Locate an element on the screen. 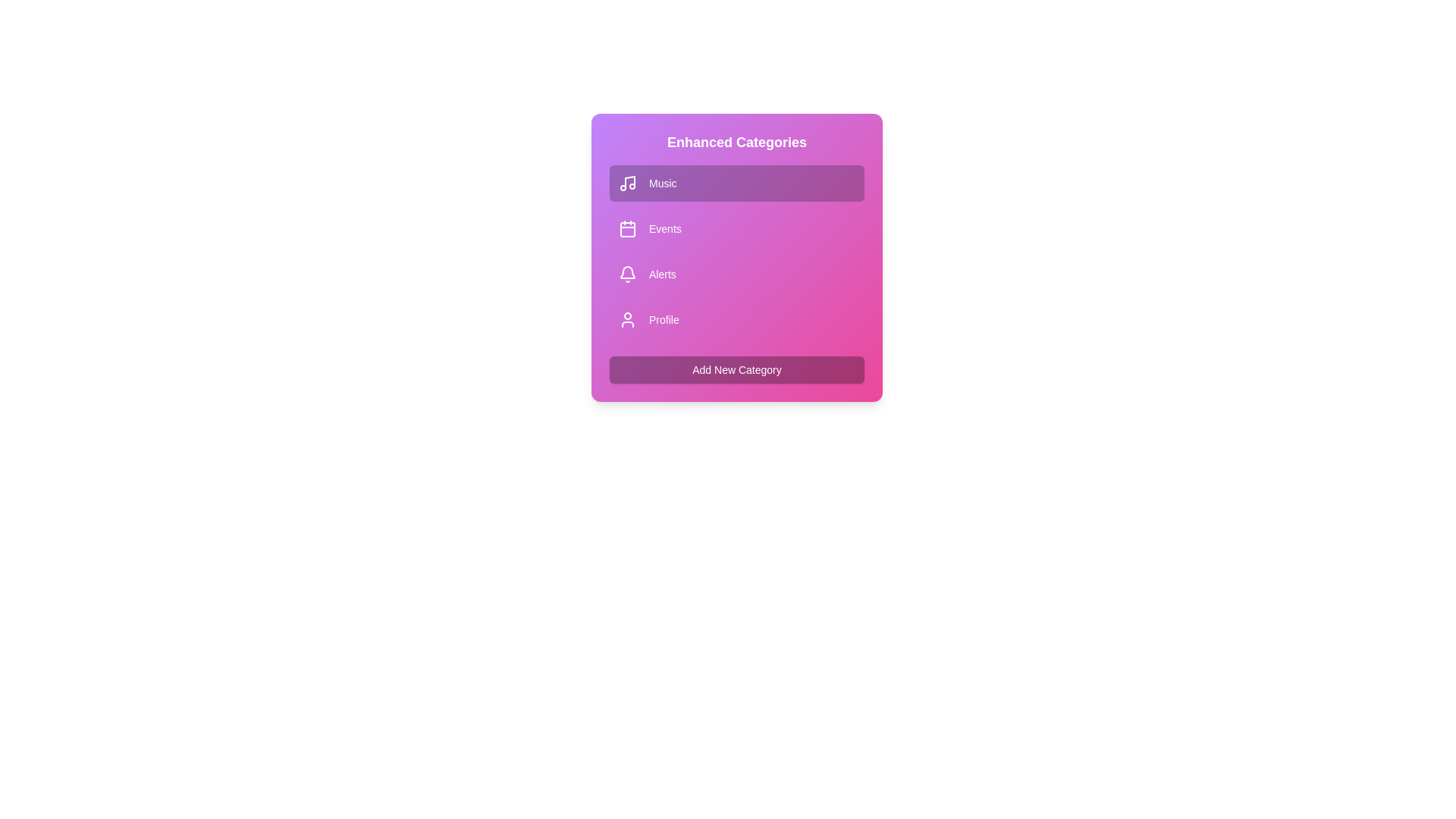 The height and width of the screenshot is (819, 1456). the category Events to select it is located at coordinates (736, 228).